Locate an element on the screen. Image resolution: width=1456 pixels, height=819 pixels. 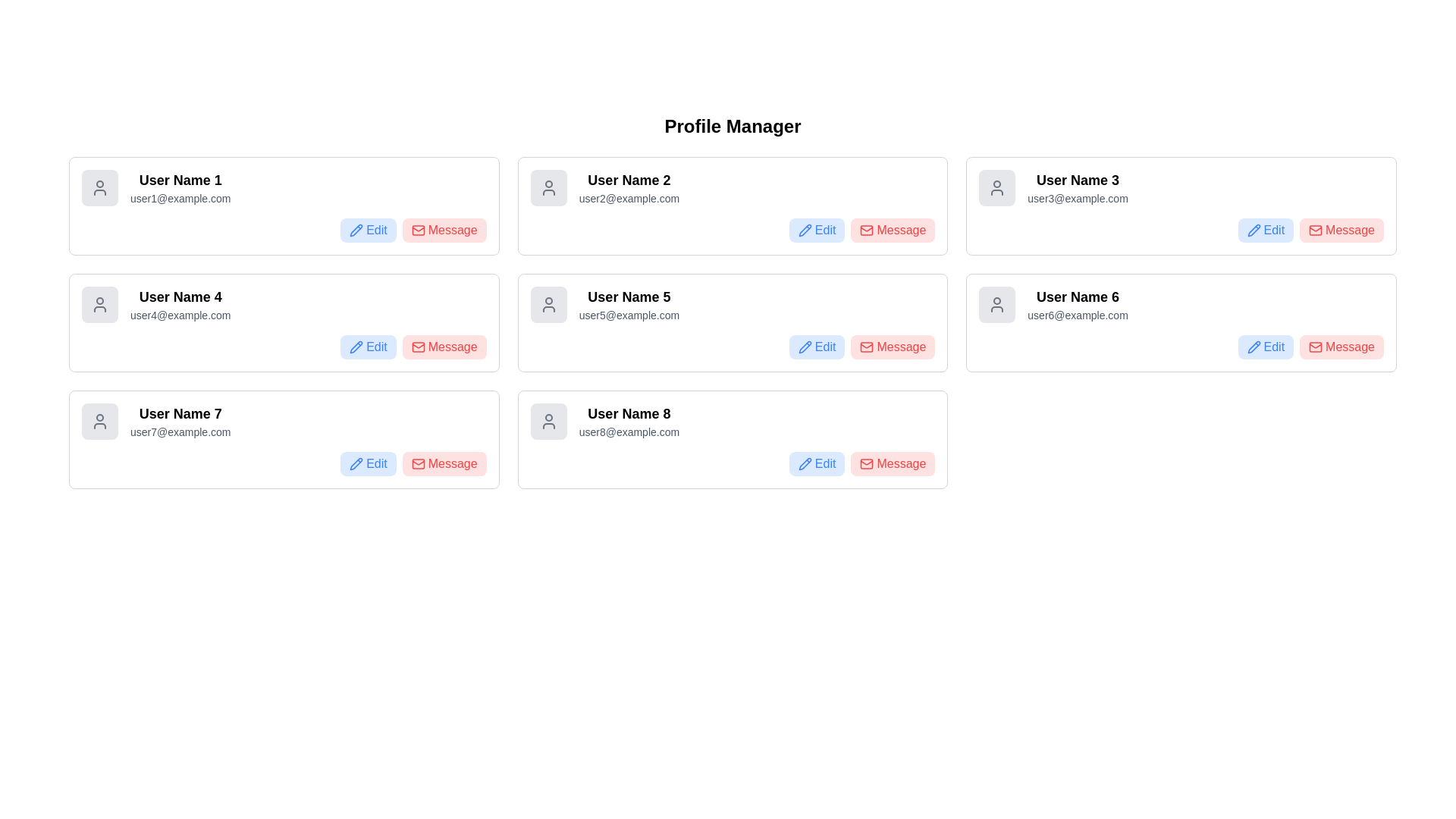
the 'Edit' text label styled in blue, which is part of a button with a light-blue background located at the bottom-right corner of the layout, associated with the profile card labeled 'User Name 8' is located at coordinates (824, 463).